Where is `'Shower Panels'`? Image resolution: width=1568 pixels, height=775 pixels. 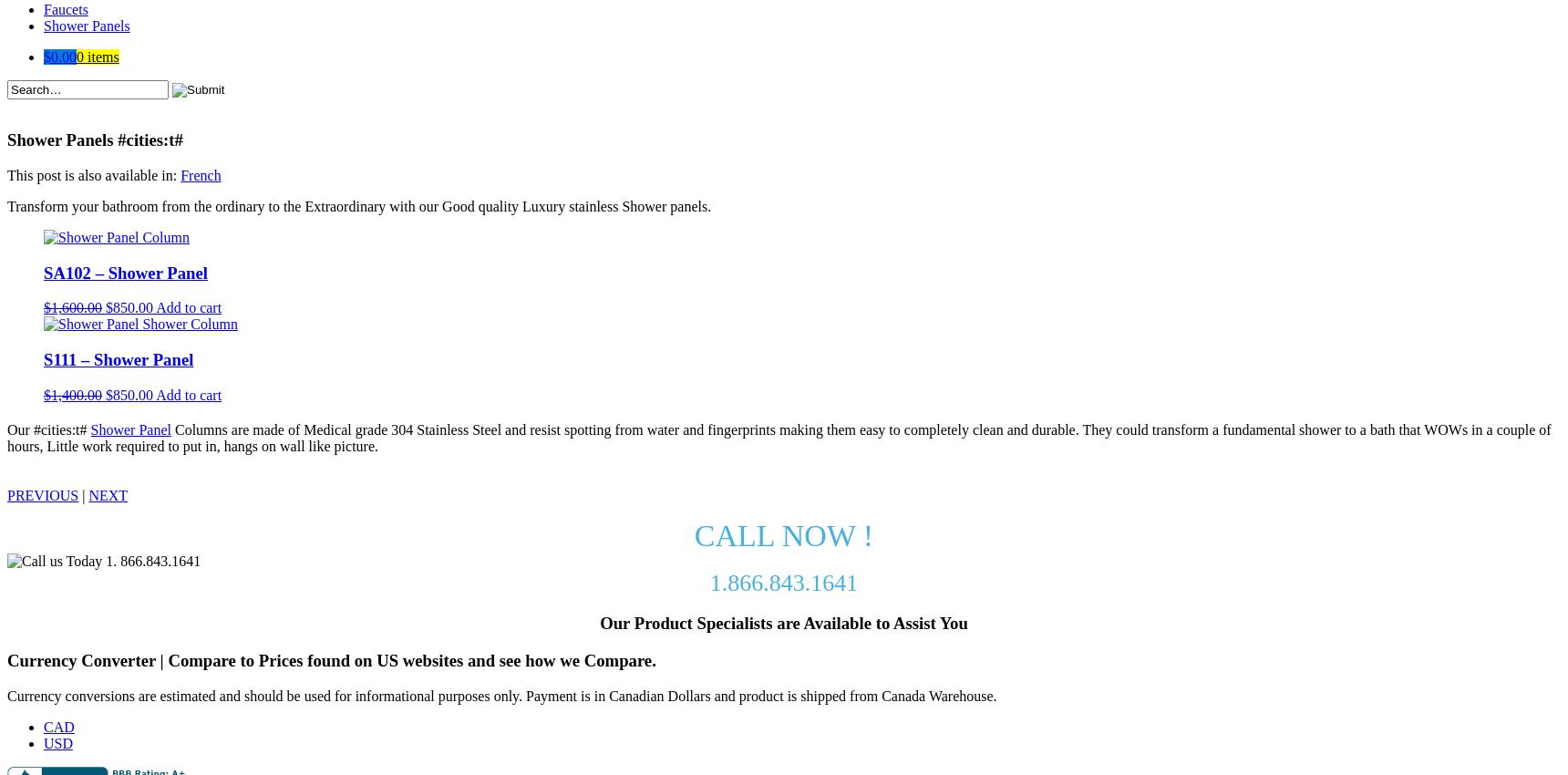 'Shower Panels' is located at coordinates (86, 24).